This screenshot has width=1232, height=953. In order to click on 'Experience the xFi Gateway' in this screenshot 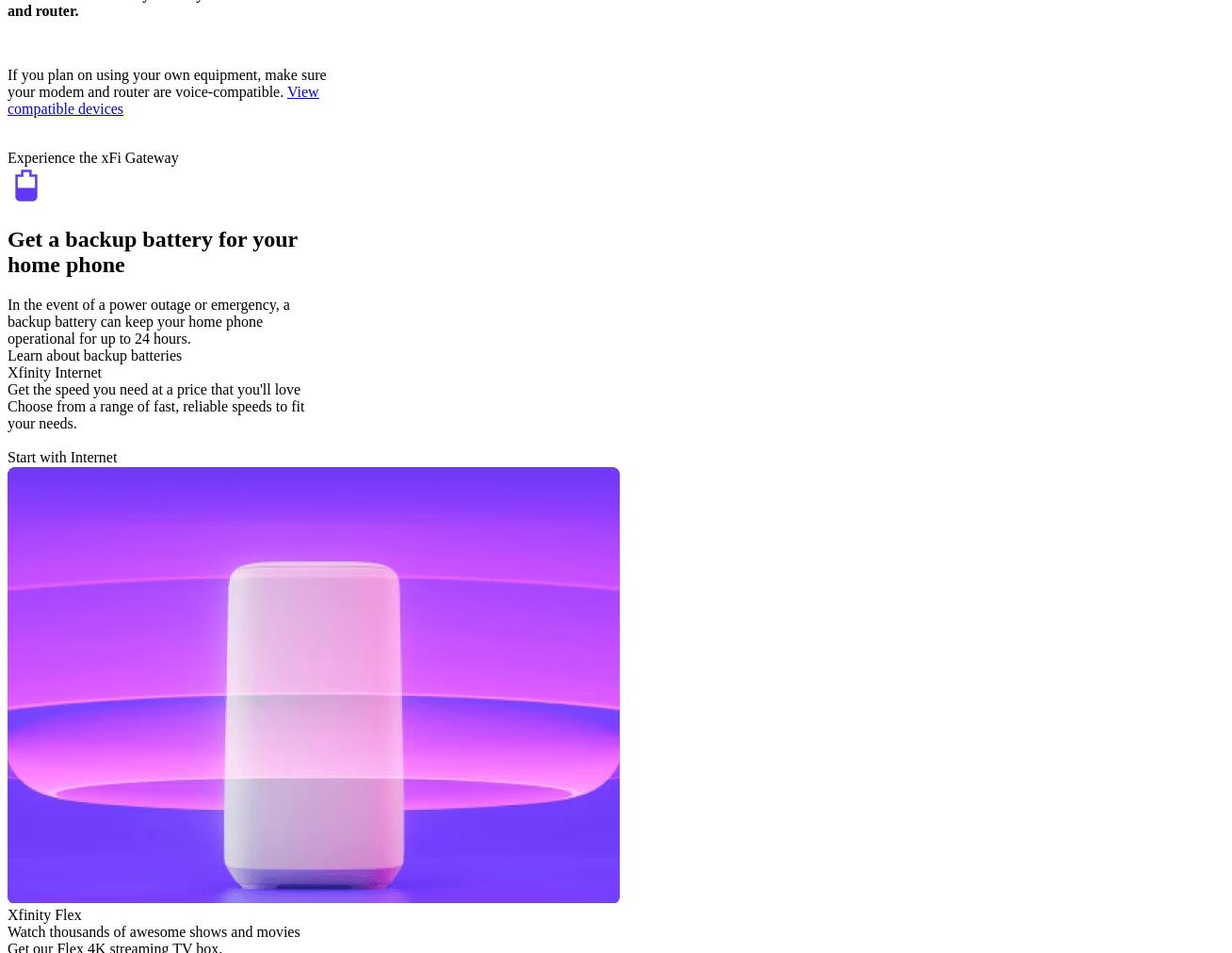, I will do `click(7, 157)`.